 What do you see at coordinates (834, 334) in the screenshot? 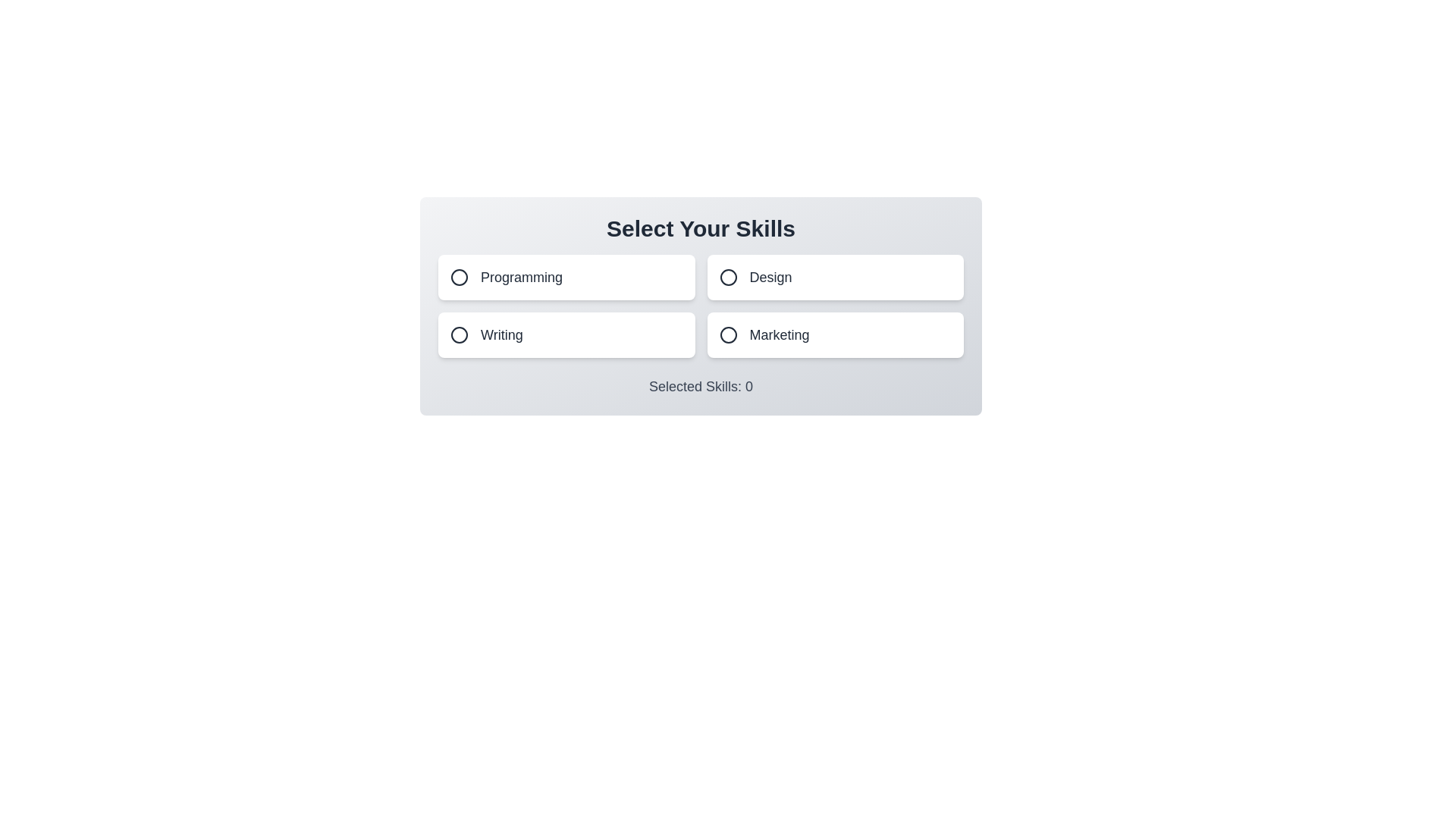
I see `the skill button corresponding to Marketing` at bounding box center [834, 334].